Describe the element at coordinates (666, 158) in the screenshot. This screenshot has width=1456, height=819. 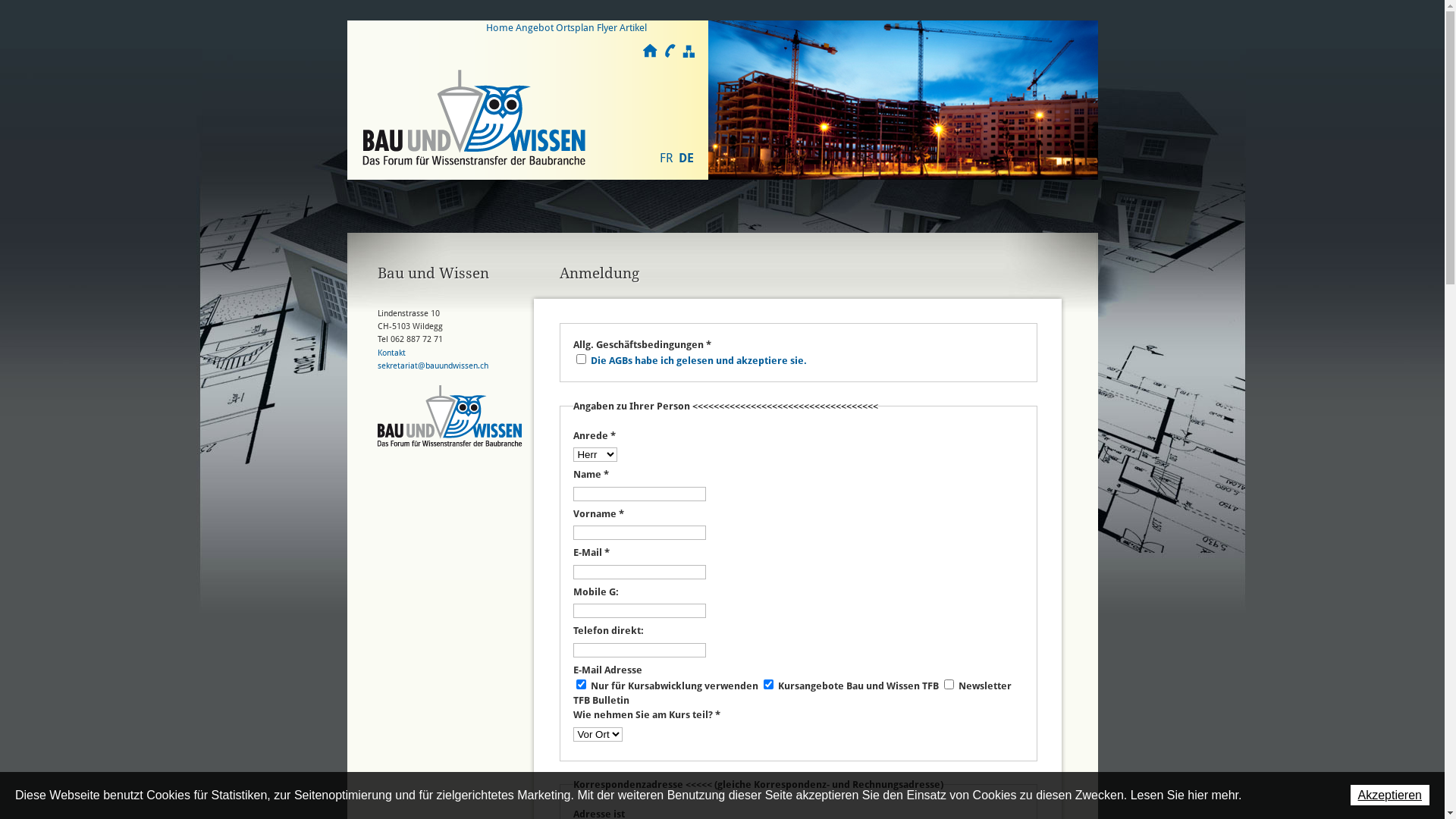
I see `'FR'` at that location.